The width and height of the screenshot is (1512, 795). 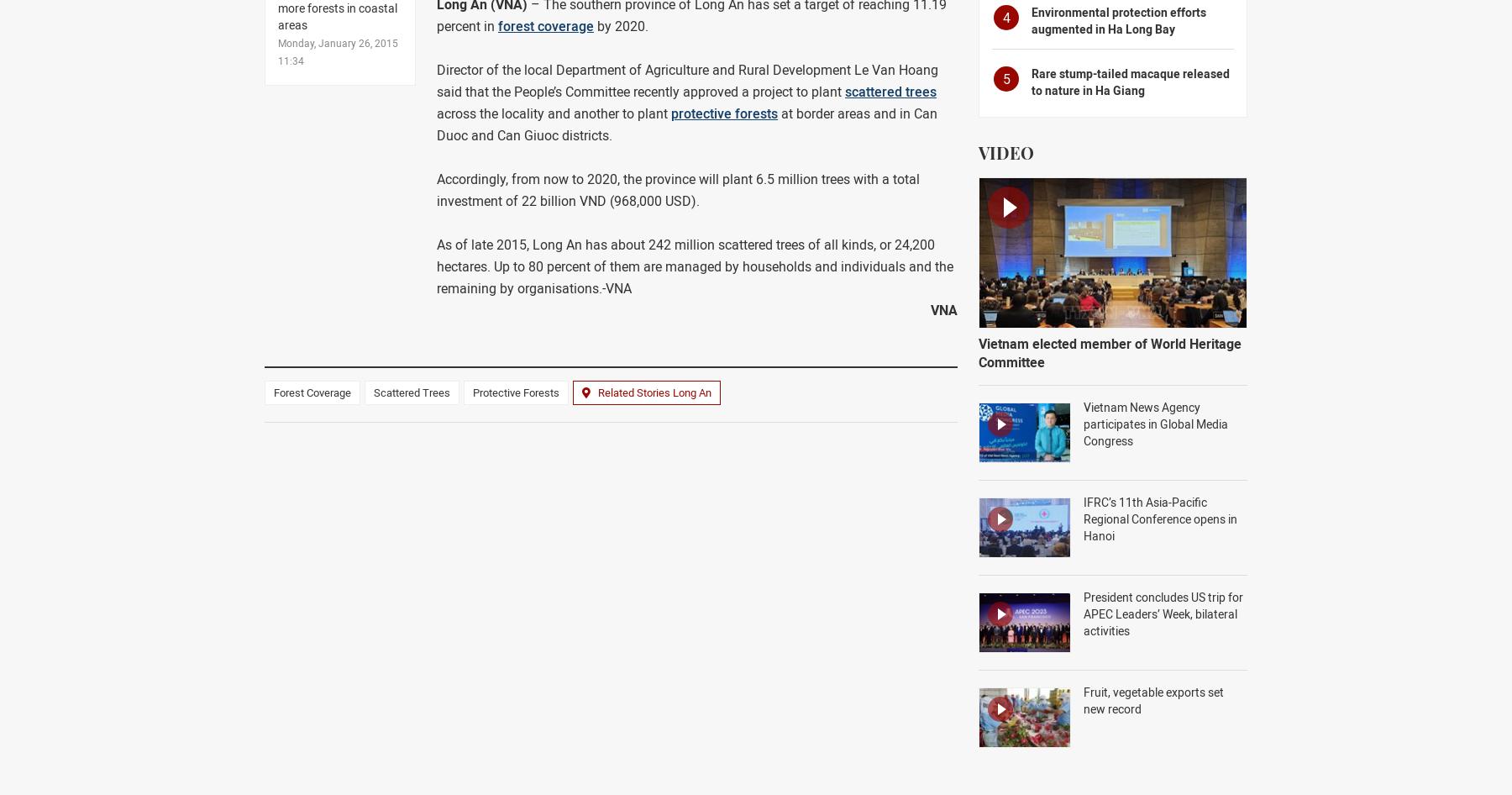 I want to click on 'Fruit, vegetable exports set new record', so click(x=1152, y=700).